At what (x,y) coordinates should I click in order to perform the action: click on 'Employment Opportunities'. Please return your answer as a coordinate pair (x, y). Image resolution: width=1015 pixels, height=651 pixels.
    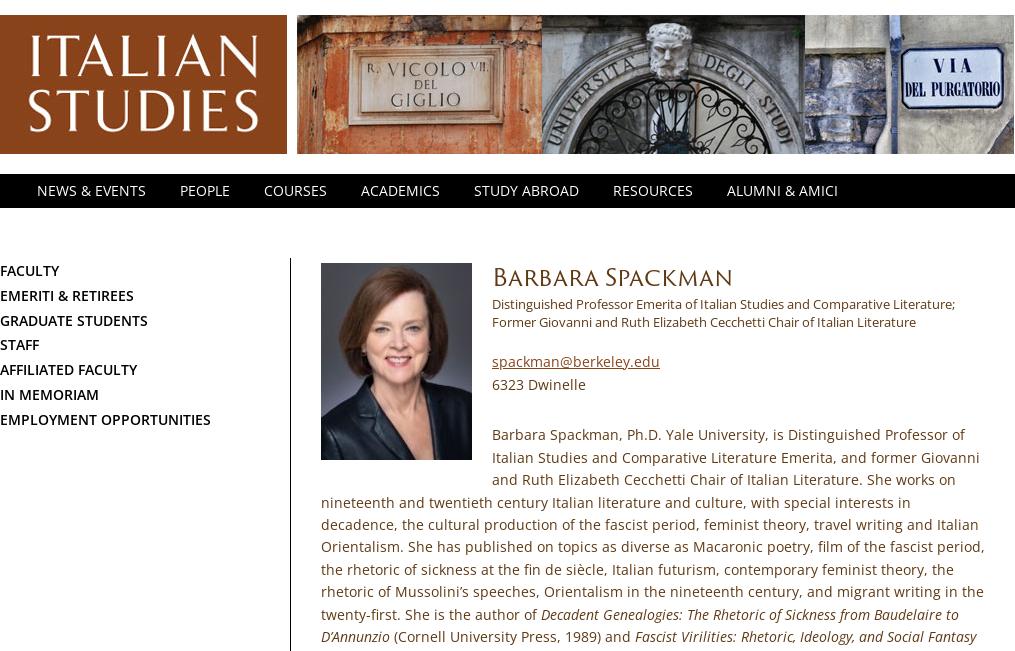
    Looking at the image, I should click on (0, 417).